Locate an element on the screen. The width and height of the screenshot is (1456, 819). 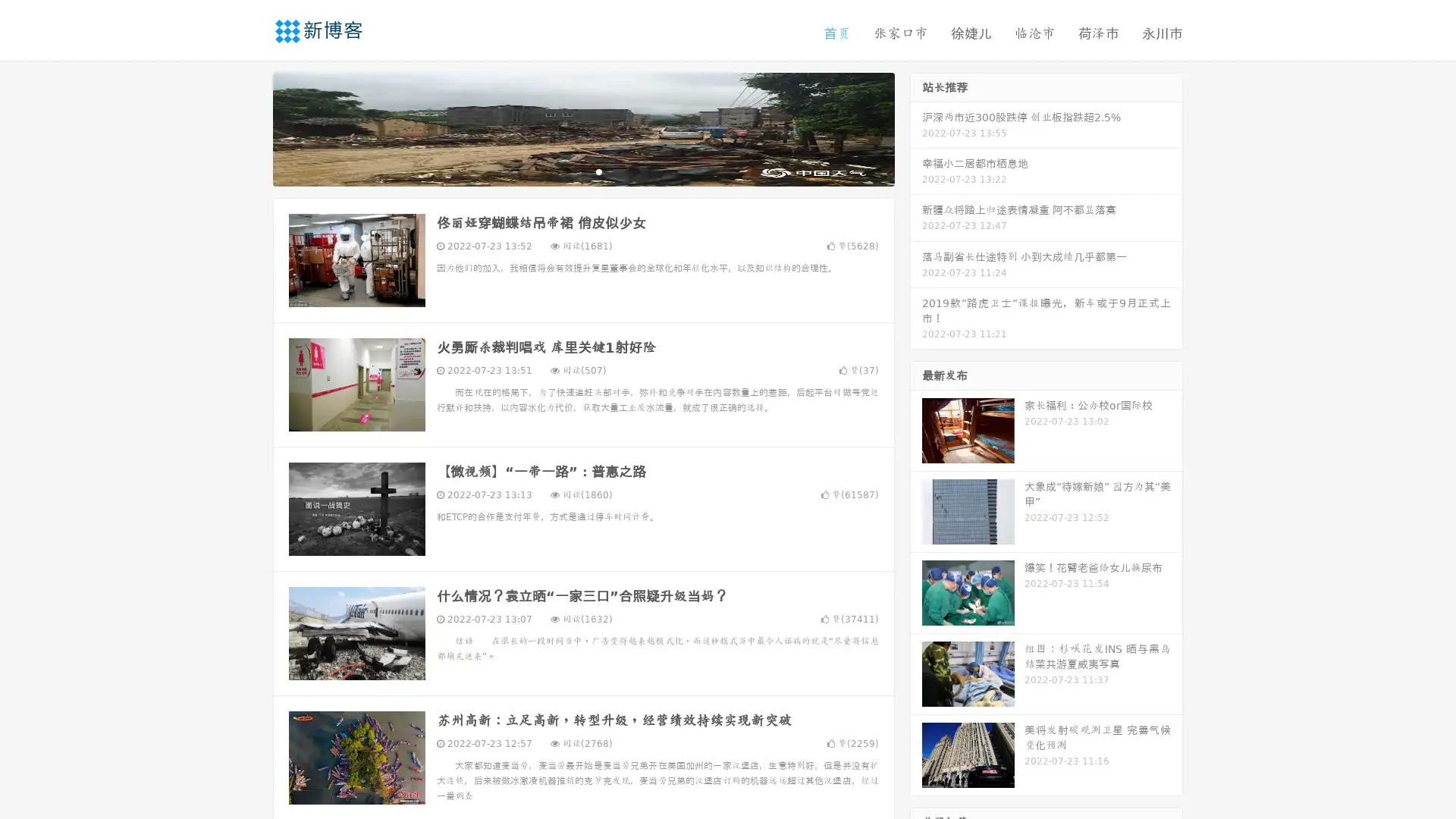
Next slide is located at coordinates (916, 127).